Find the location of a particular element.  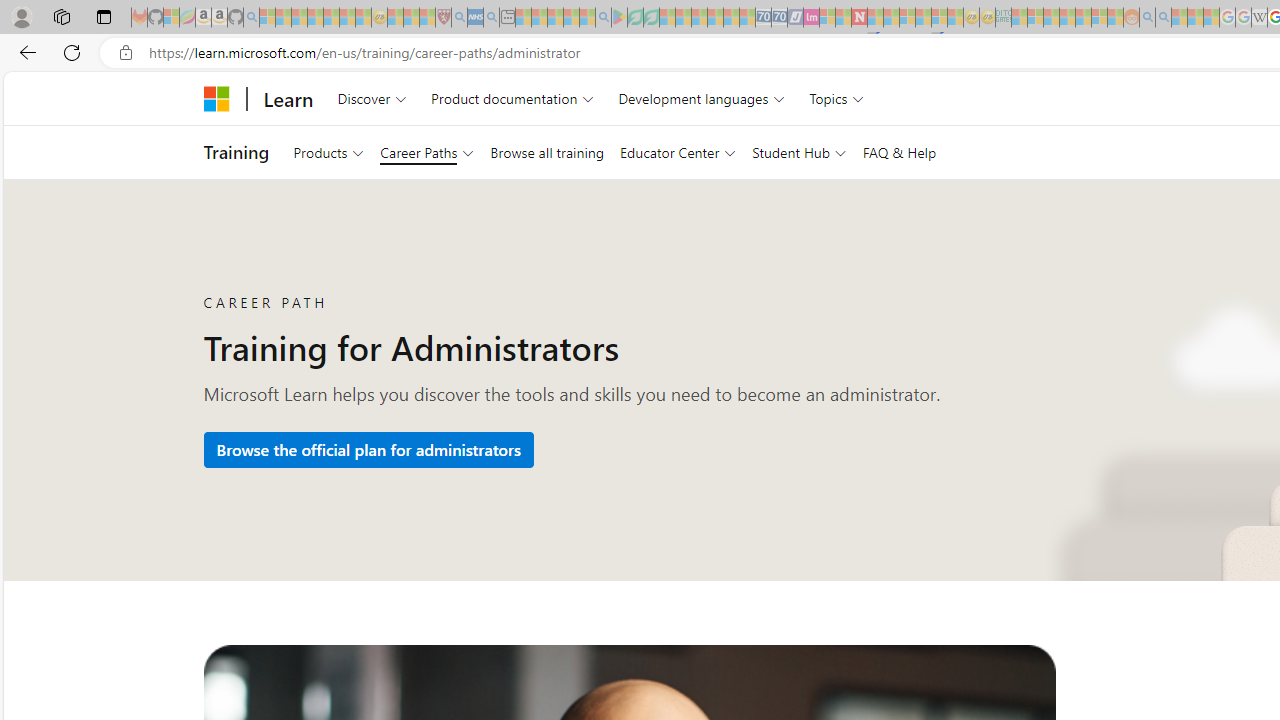

'Product documentation' is located at coordinates (512, 98).